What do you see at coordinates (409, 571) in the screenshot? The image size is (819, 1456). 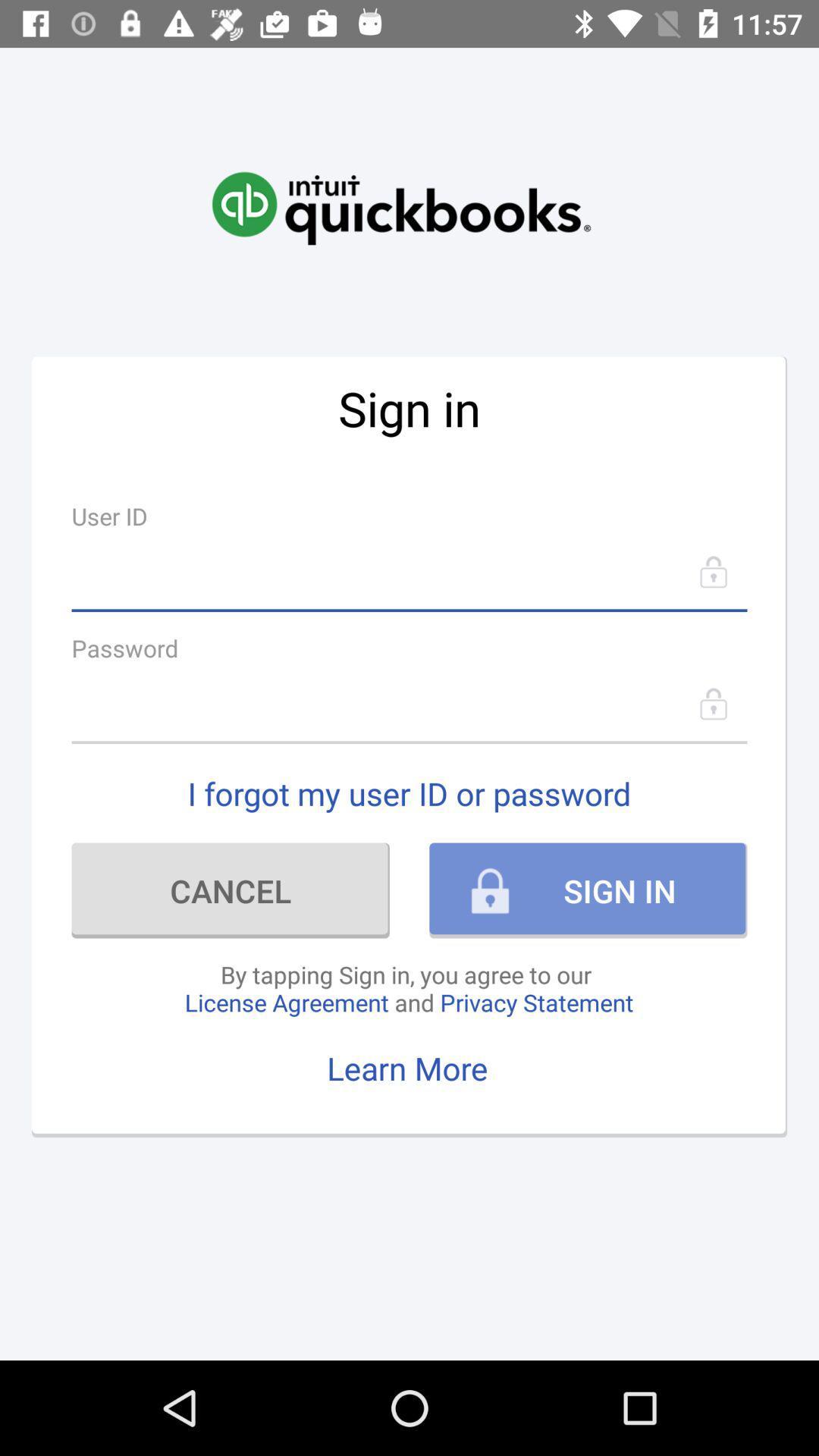 I see `user id` at bounding box center [409, 571].